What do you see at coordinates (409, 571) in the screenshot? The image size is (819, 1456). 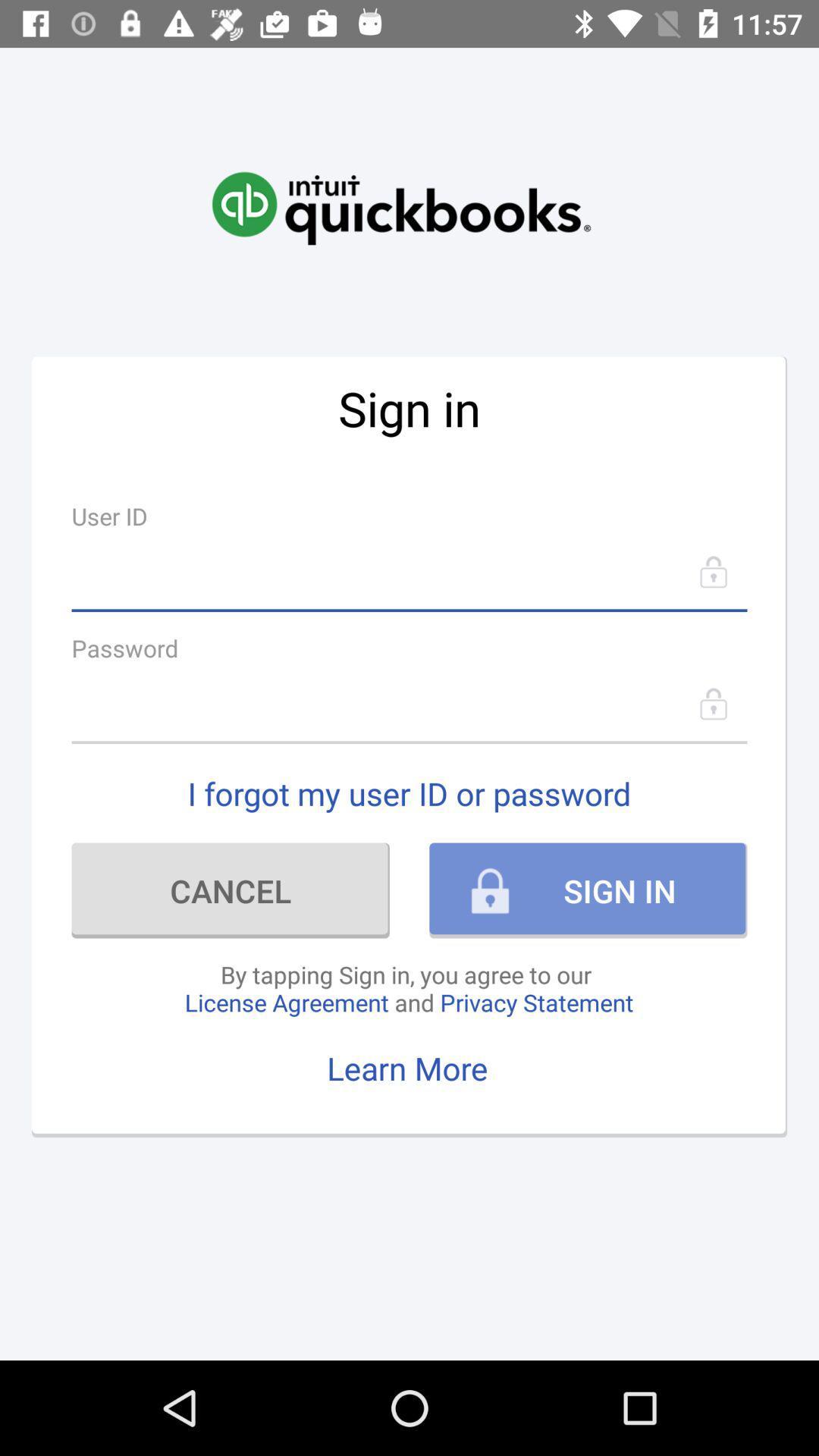 I see `user id` at bounding box center [409, 571].